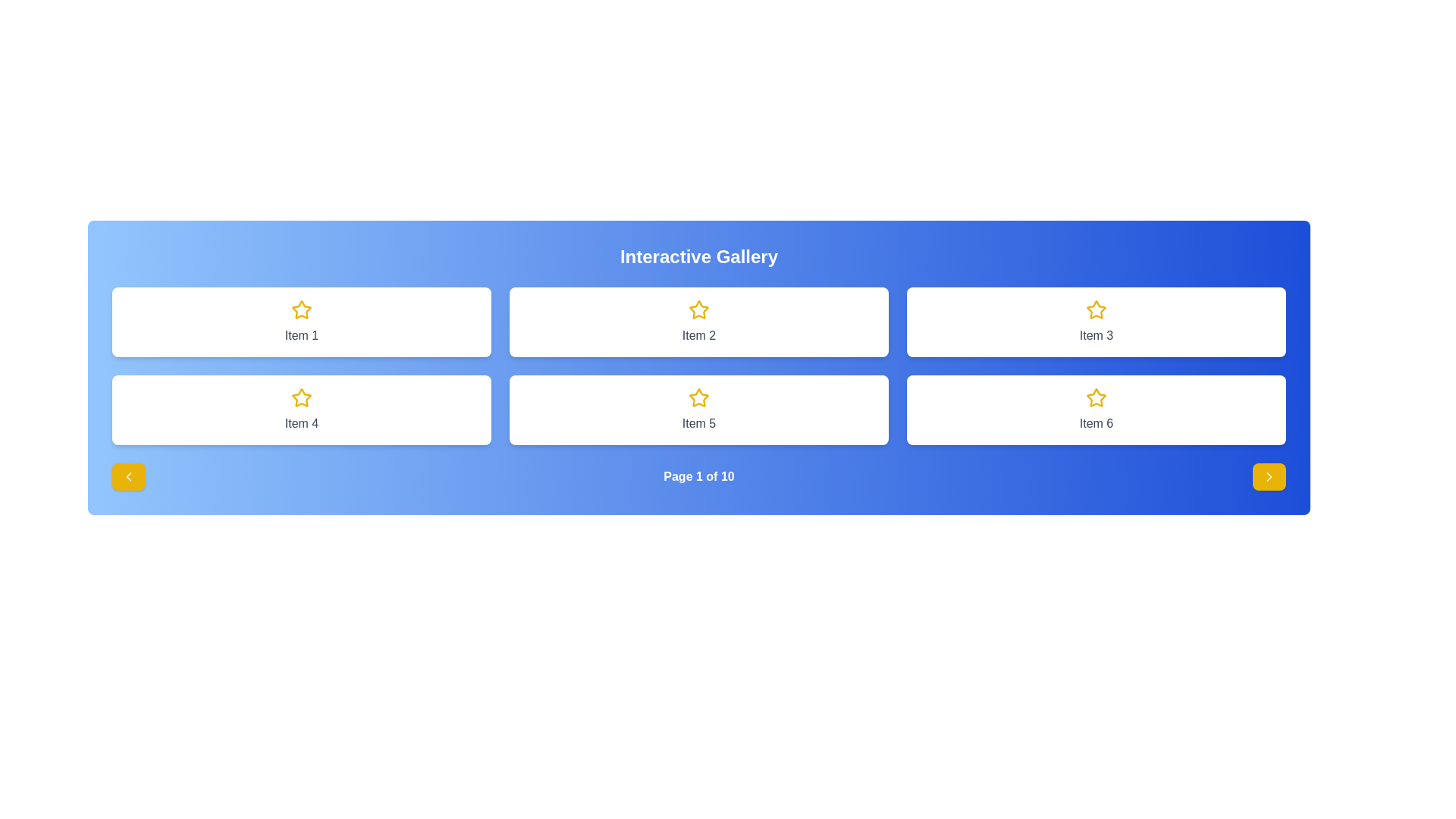 Image resolution: width=1456 pixels, height=819 pixels. Describe the element at coordinates (698, 309) in the screenshot. I see `the star-shaped icon for Item 2, which is located at the top middle of the grid layout and has a golden-yellow stroke` at that location.